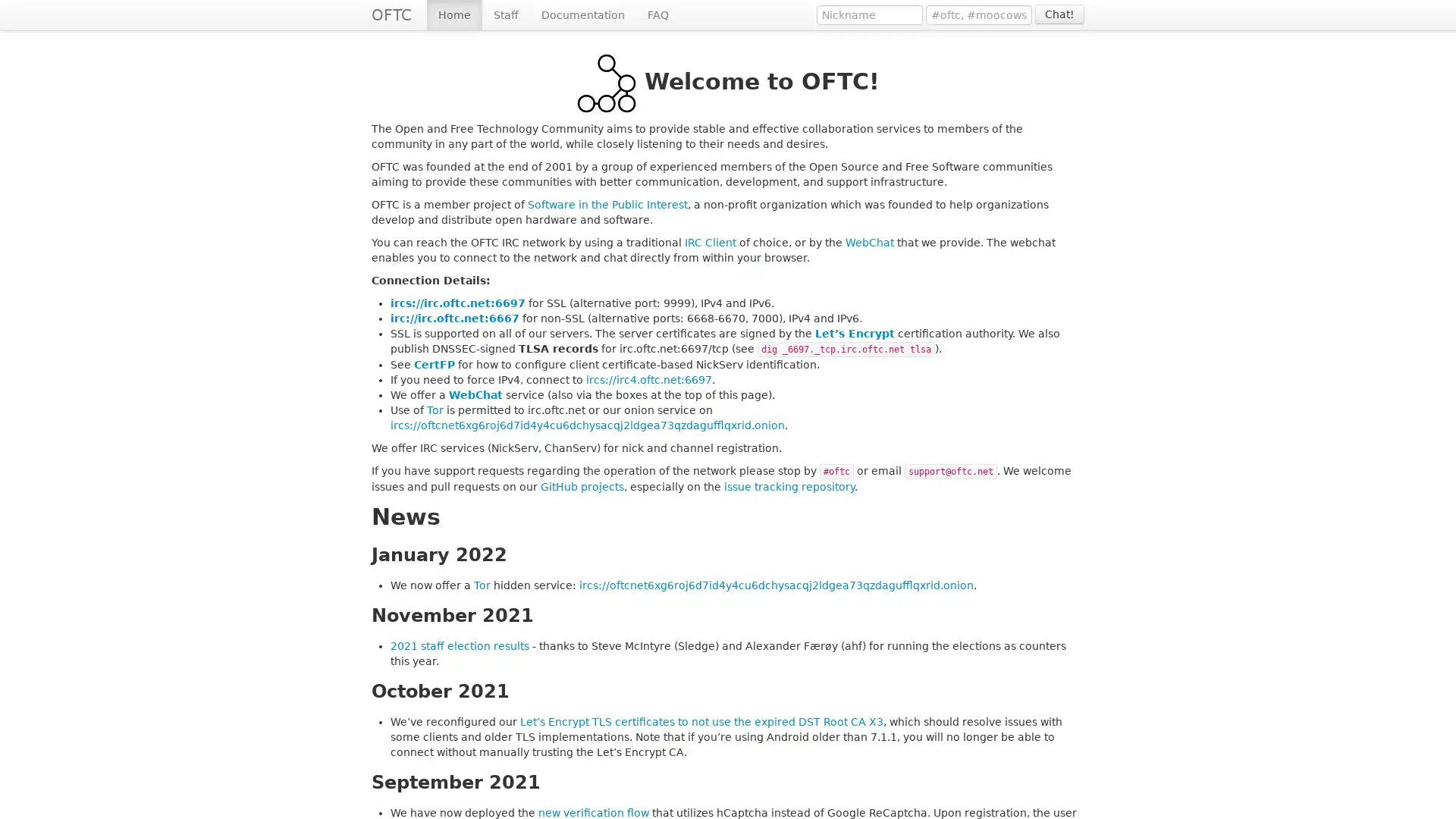 The height and width of the screenshot is (819, 1456). What do you see at coordinates (1059, 14) in the screenshot?
I see `Chat!` at bounding box center [1059, 14].